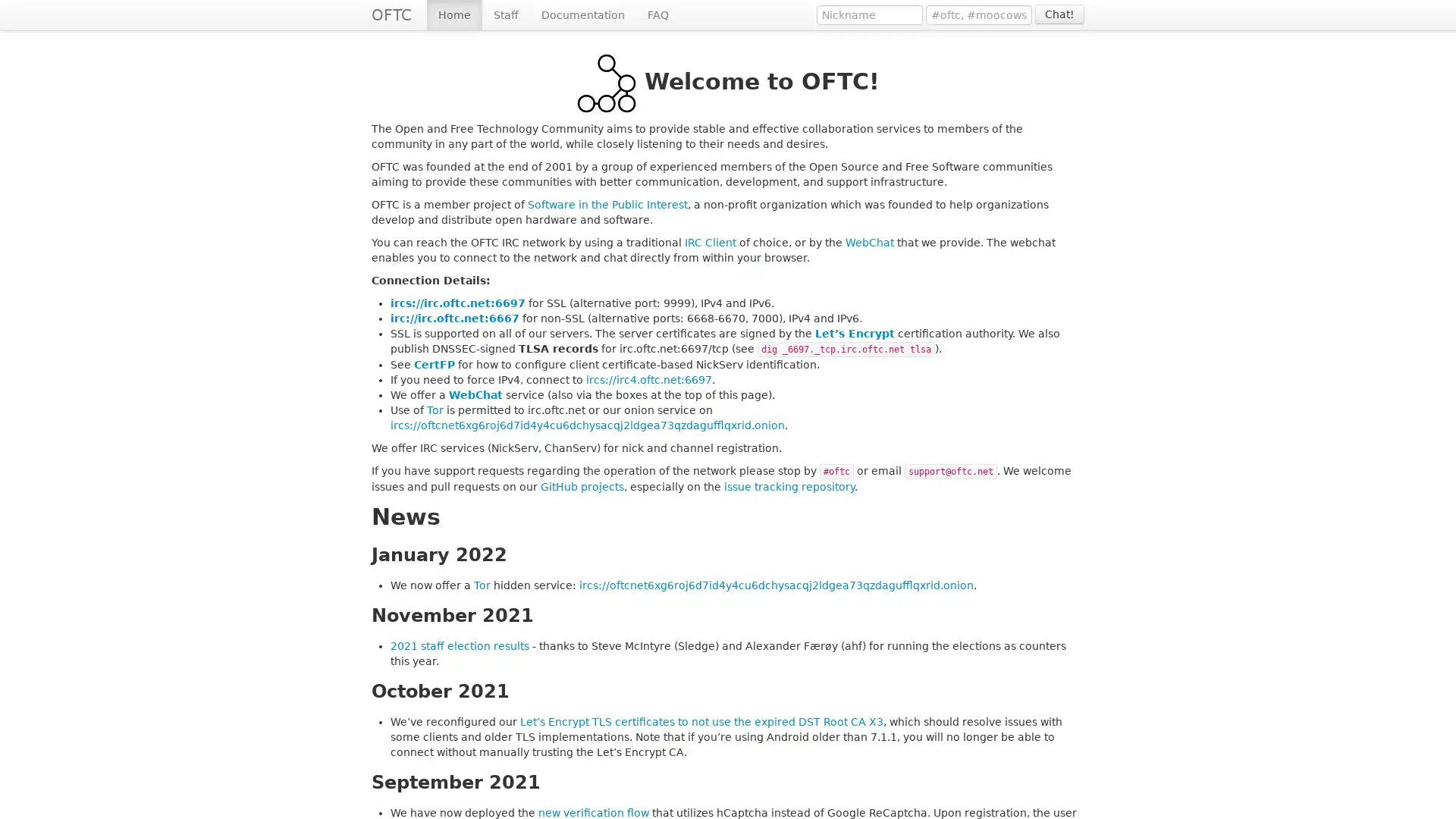 The height and width of the screenshot is (819, 1456). What do you see at coordinates (1059, 14) in the screenshot?
I see `Chat!` at bounding box center [1059, 14].